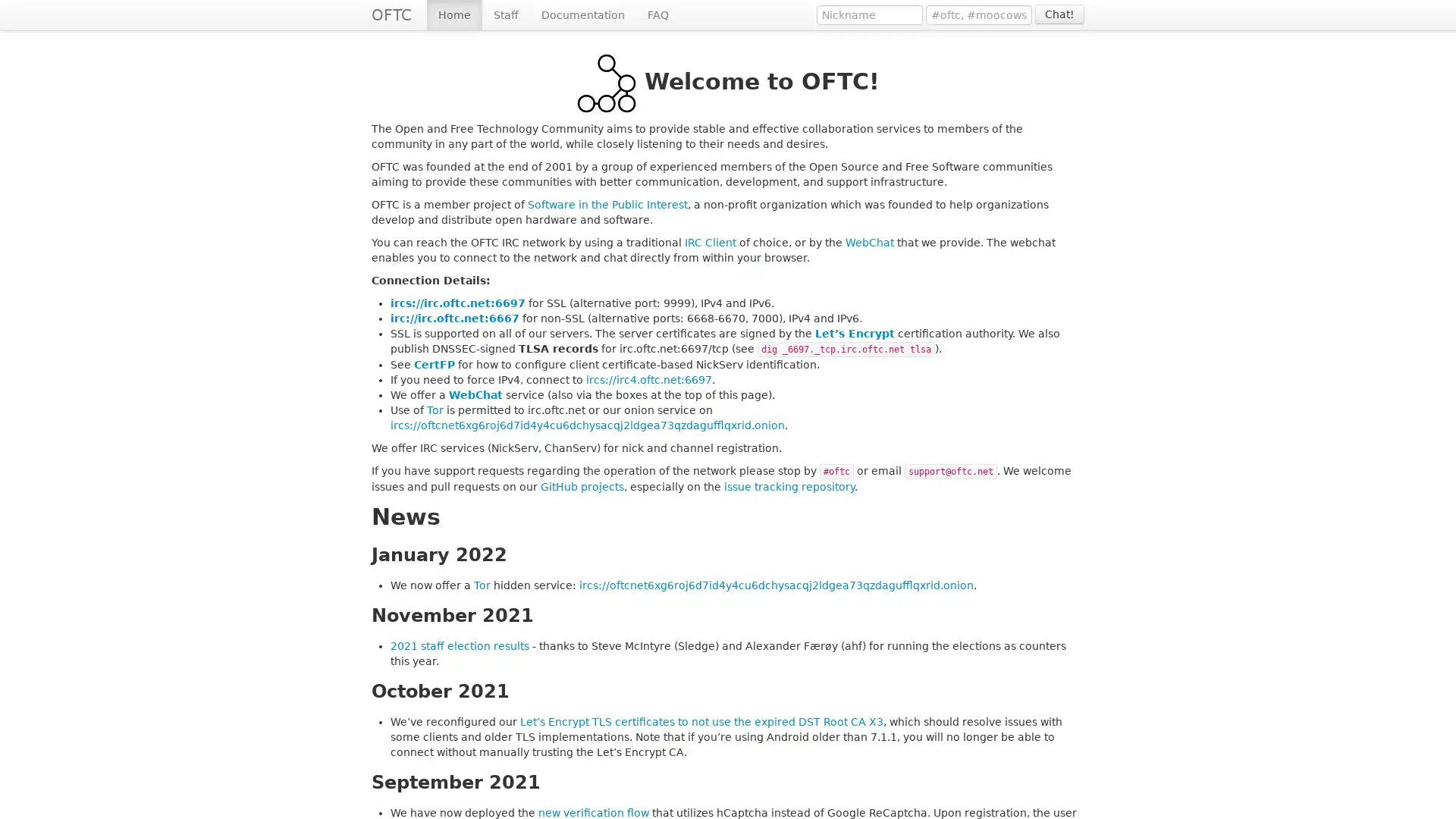 The height and width of the screenshot is (819, 1456). What do you see at coordinates (1059, 14) in the screenshot?
I see `Chat!` at bounding box center [1059, 14].